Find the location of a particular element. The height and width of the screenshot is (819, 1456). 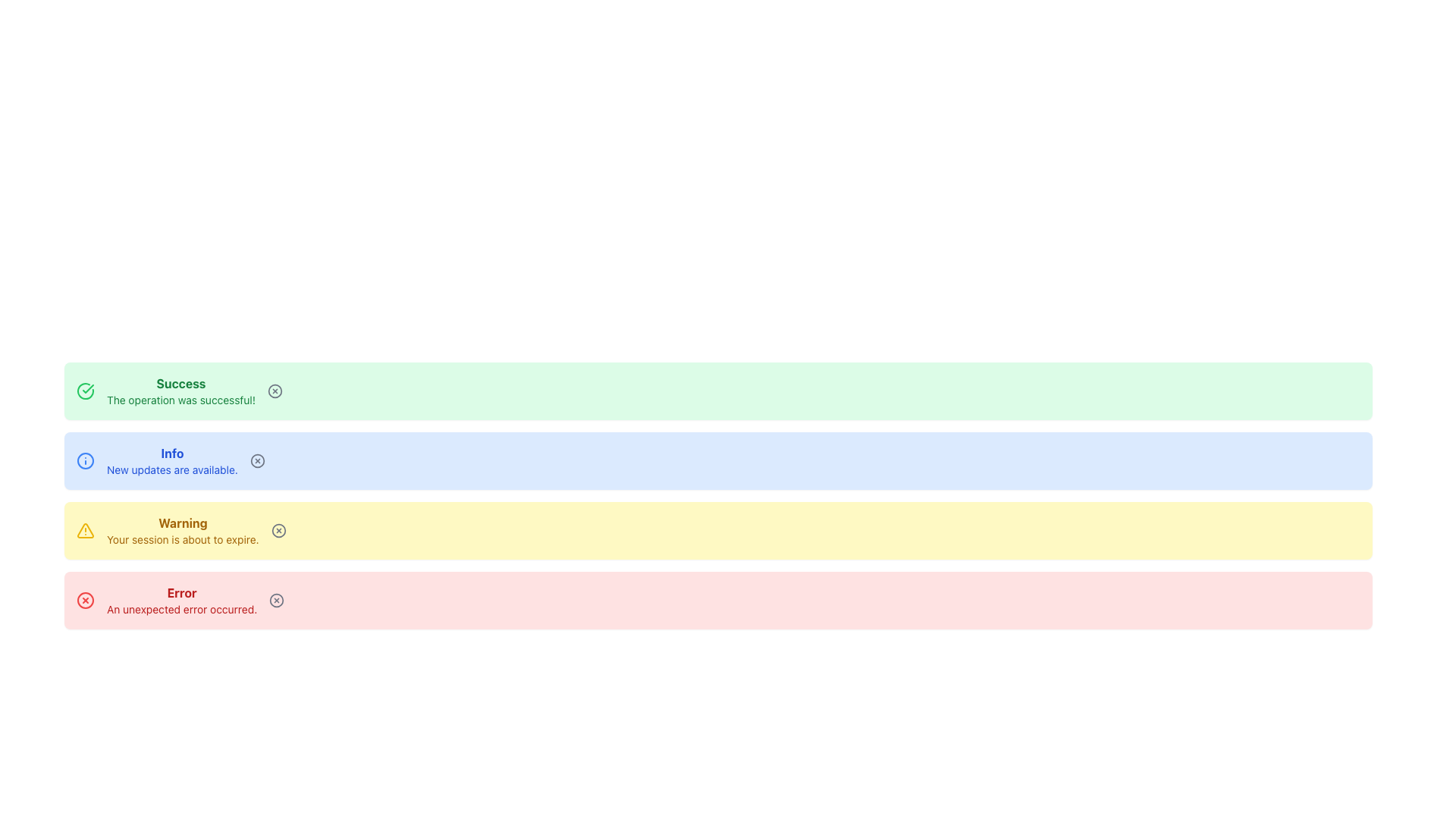

the decorative close circle within the notification icon located at the far-right end of the 'Info' notification section is located at coordinates (257, 460).